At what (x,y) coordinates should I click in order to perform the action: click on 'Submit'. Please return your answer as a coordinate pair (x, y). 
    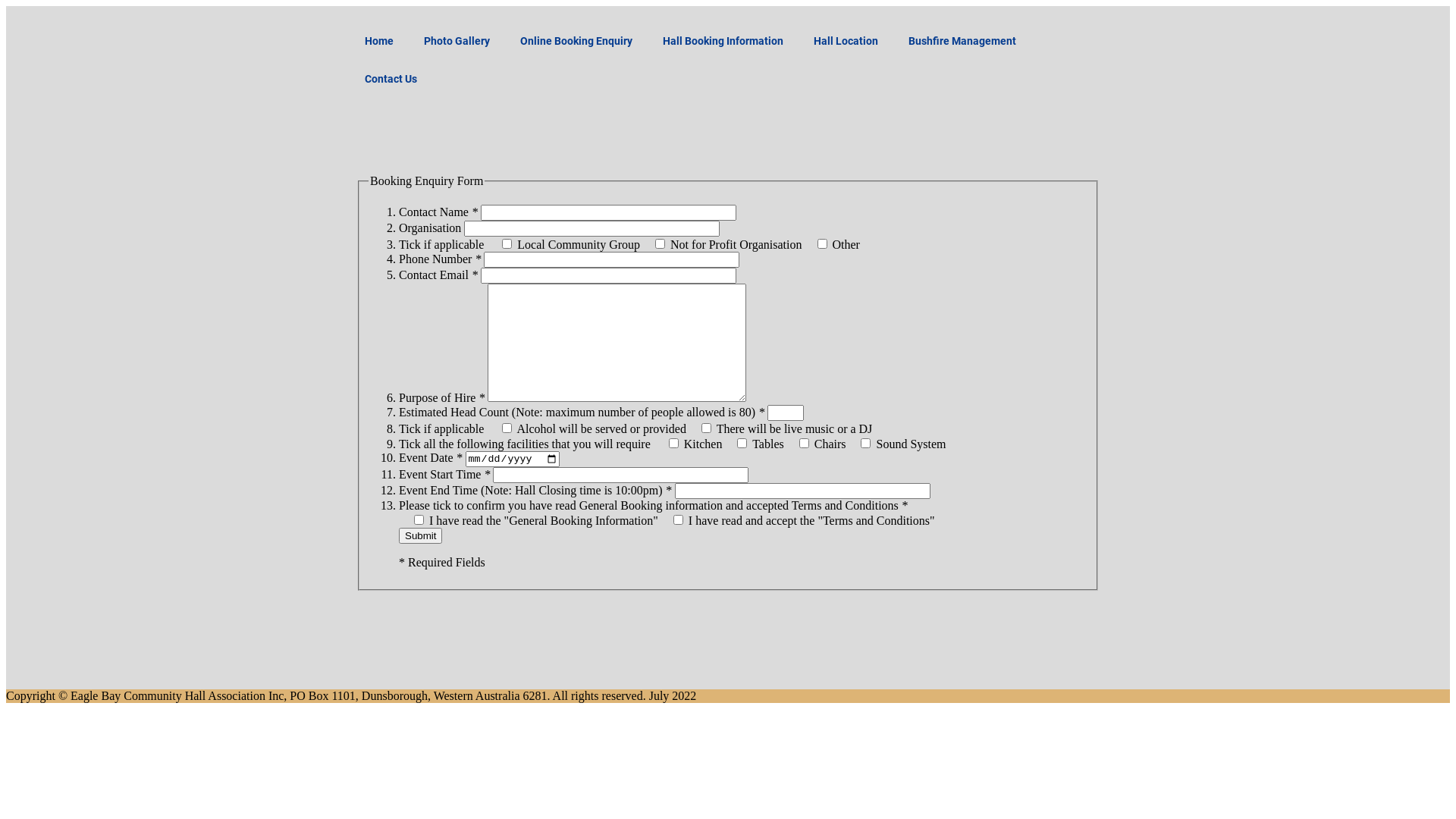
    Looking at the image, I should click on (420, 535).